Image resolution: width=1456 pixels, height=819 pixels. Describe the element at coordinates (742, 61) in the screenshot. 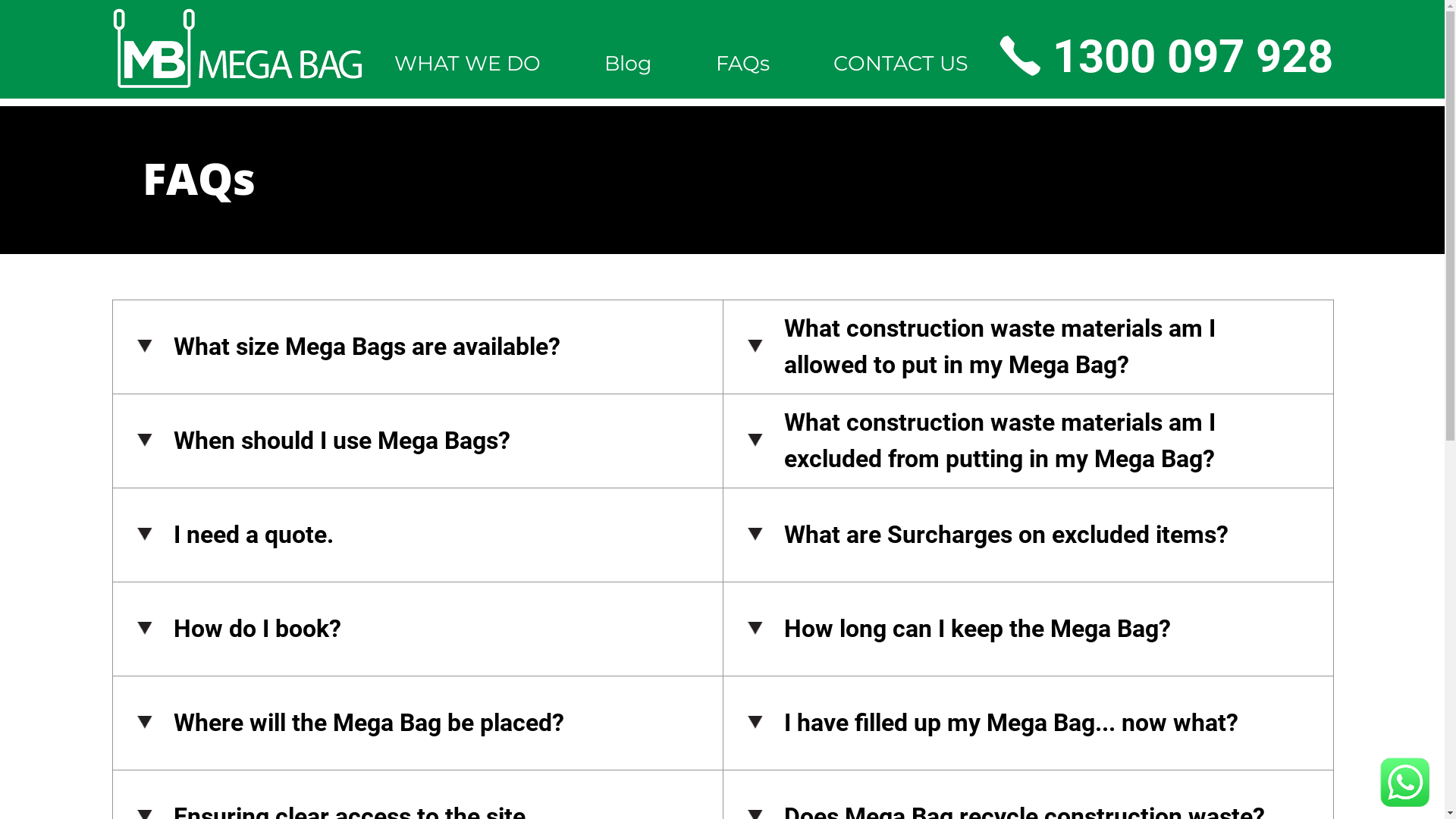

I see `'FAQs'` at that location.